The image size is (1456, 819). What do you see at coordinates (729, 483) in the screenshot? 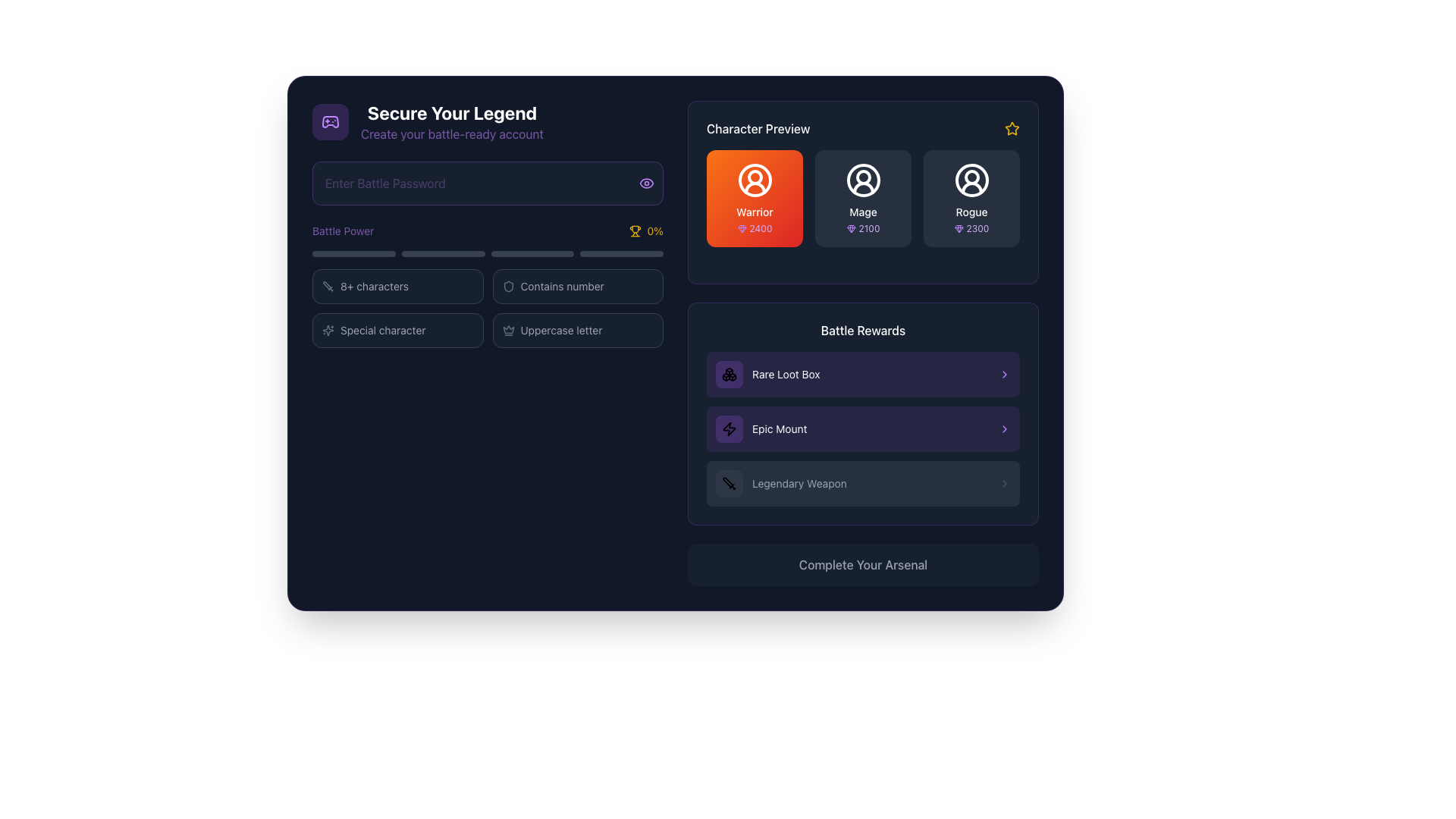
I see `the small rectangular icon with a rounded border and a sword graphic, located in the 'Battle Rewards' section to the left of the 'Legendary Weapon' label` at bounding box center [729, 483].